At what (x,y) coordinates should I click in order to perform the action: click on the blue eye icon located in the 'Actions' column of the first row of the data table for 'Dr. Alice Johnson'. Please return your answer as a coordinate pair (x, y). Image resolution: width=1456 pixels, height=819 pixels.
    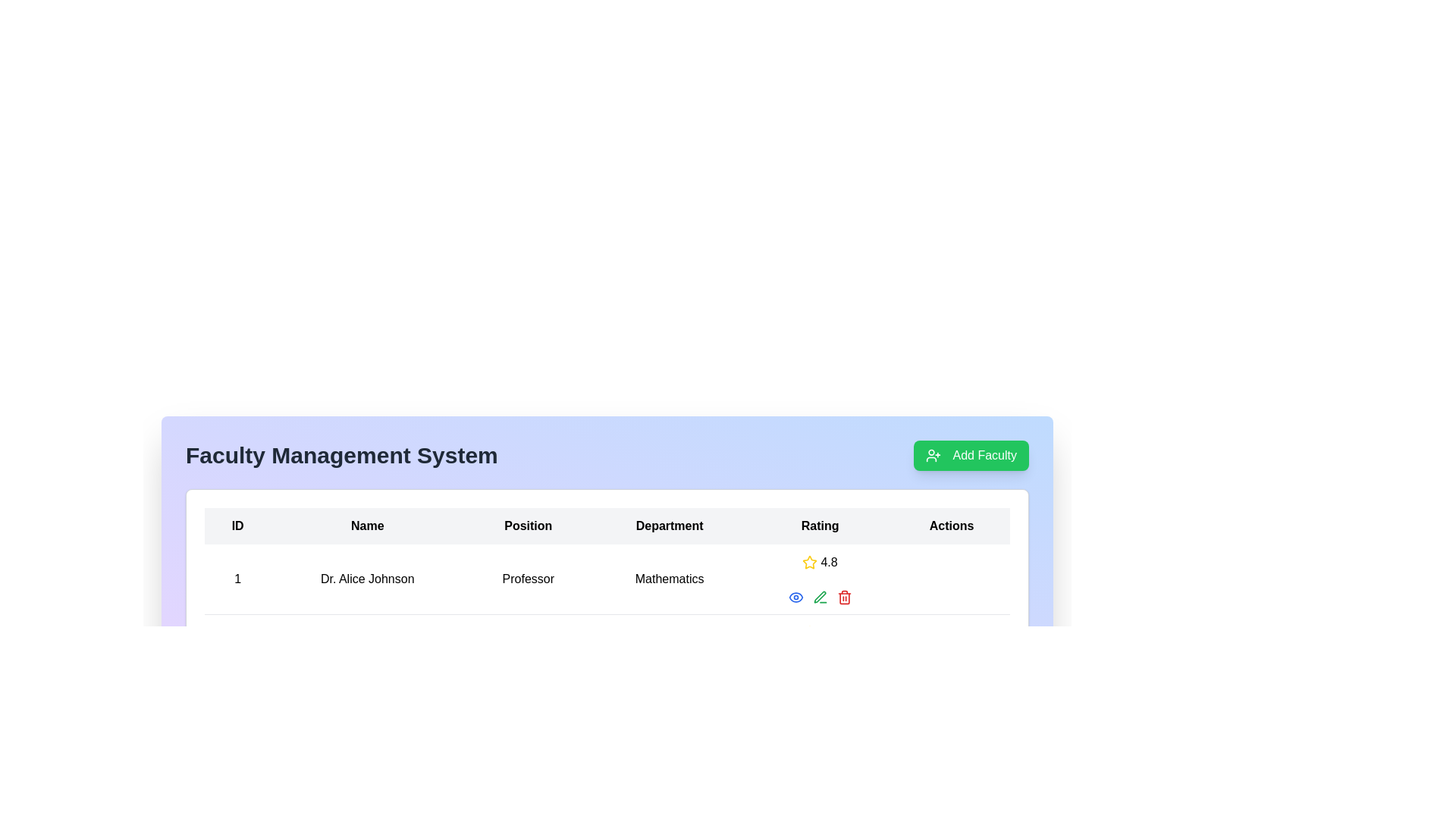
    Looking at the image, I should click on (819, 596).